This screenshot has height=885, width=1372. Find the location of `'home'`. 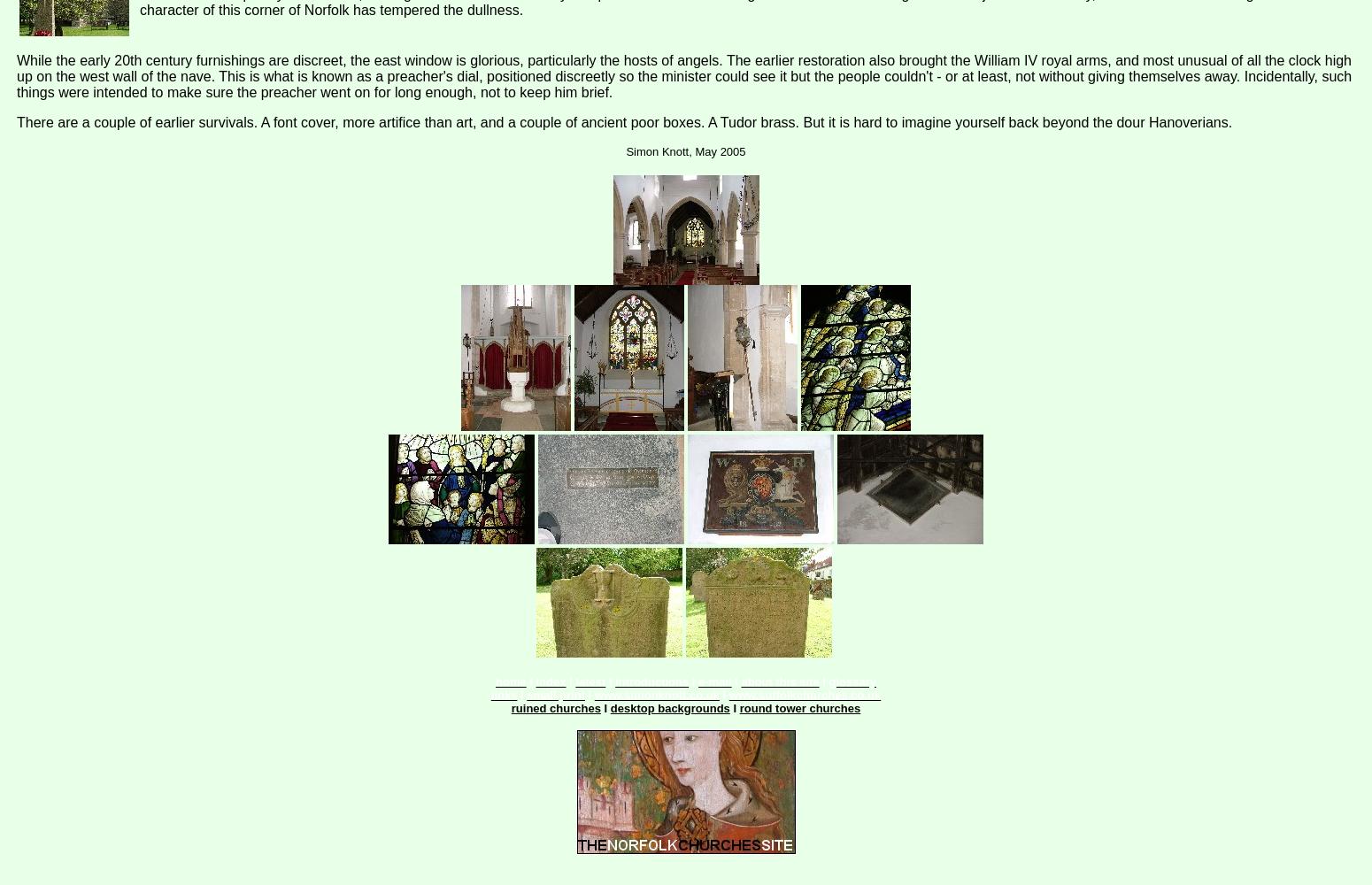

'home' is located at coordinates (496, 681).